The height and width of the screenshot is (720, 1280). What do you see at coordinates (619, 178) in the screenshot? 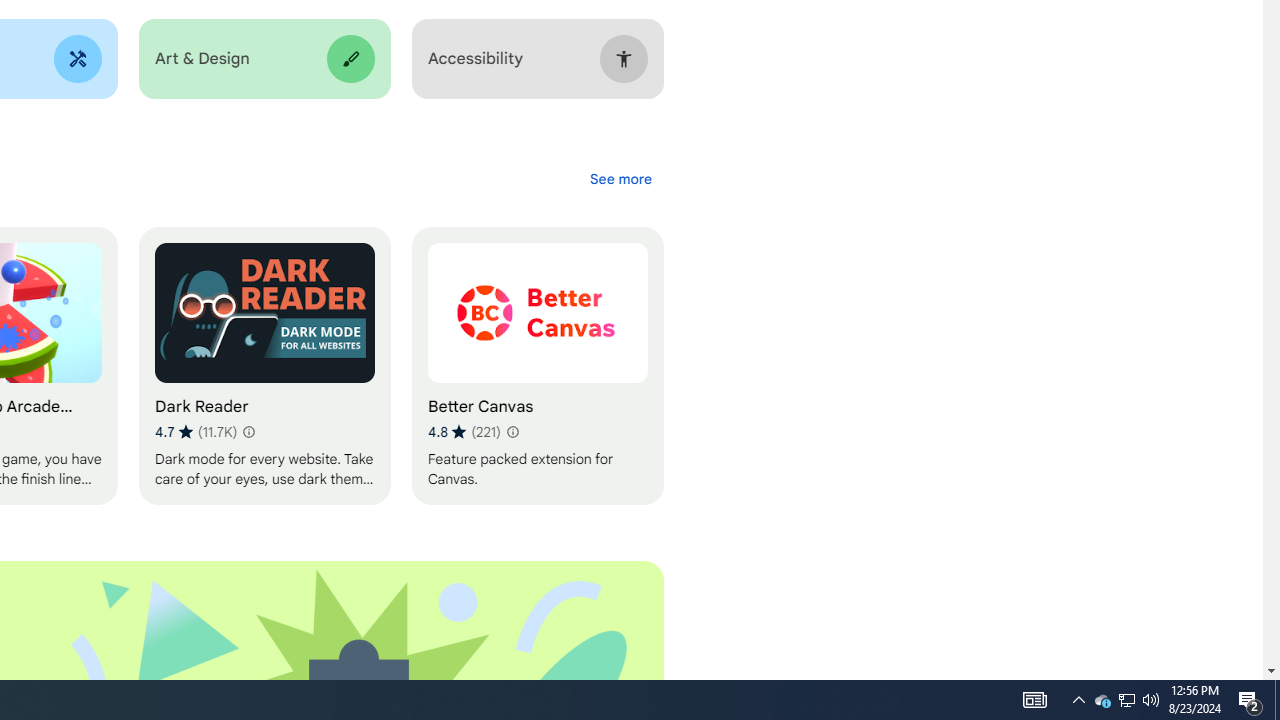
I see `'See more personalized recommendations'` at bounding box center [619, 178].